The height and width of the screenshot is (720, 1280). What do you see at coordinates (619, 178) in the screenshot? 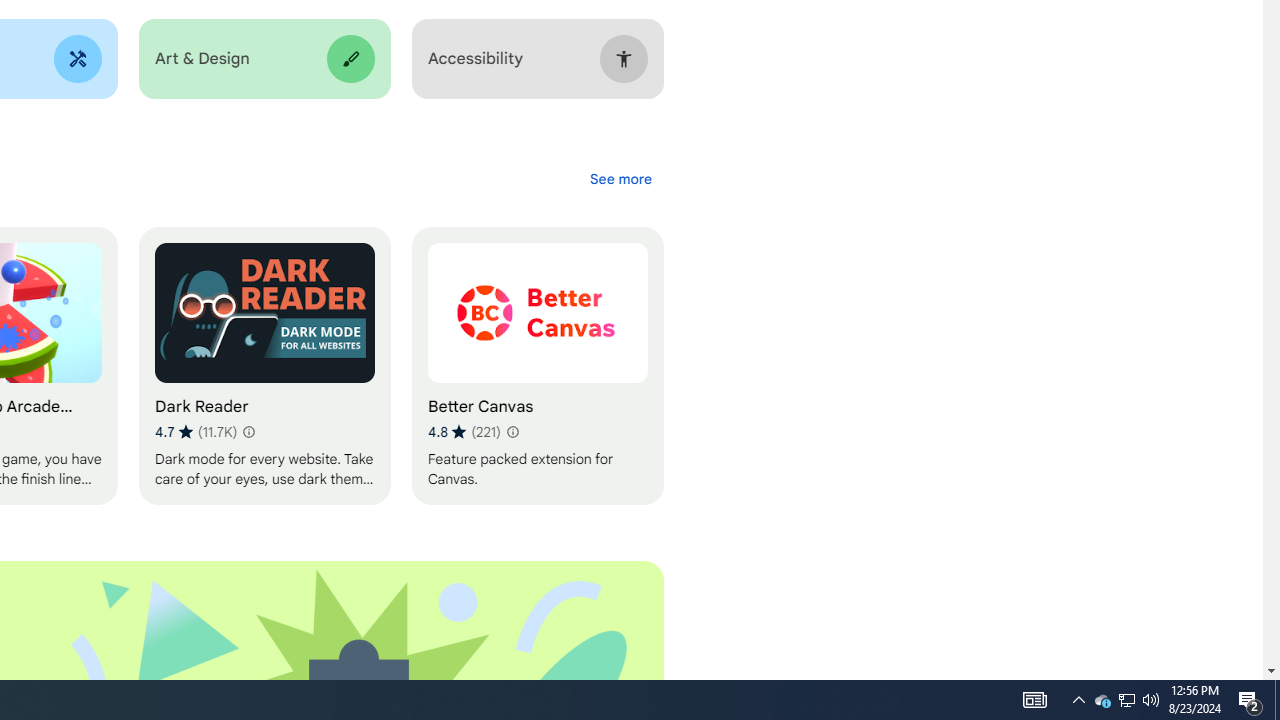
I see `'See more personalized recommendations'` at bounding box center [619, 178].